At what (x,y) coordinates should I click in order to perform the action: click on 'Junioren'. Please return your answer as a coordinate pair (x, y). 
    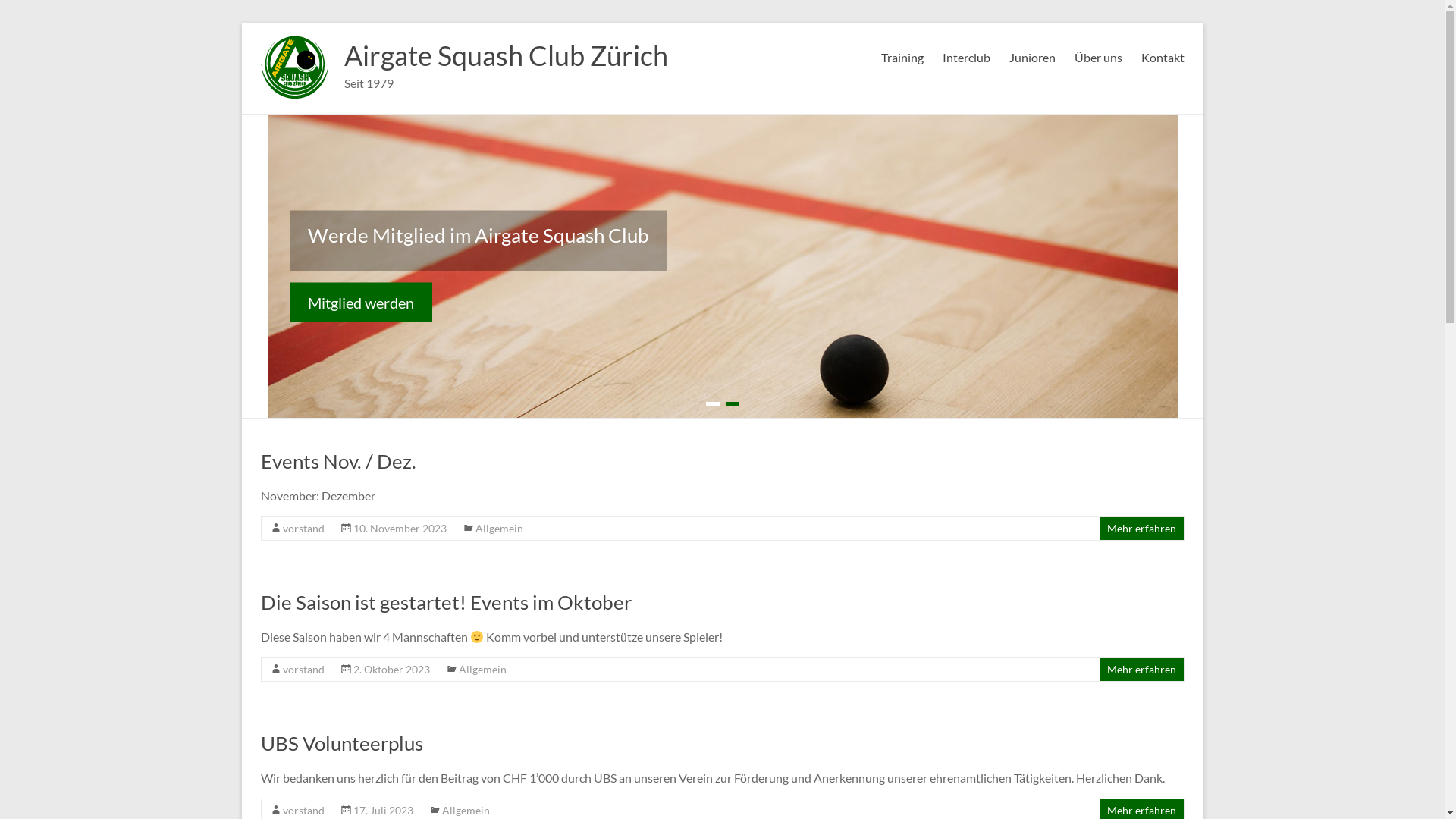
    Looking at the image, I should click on (1031, 55).